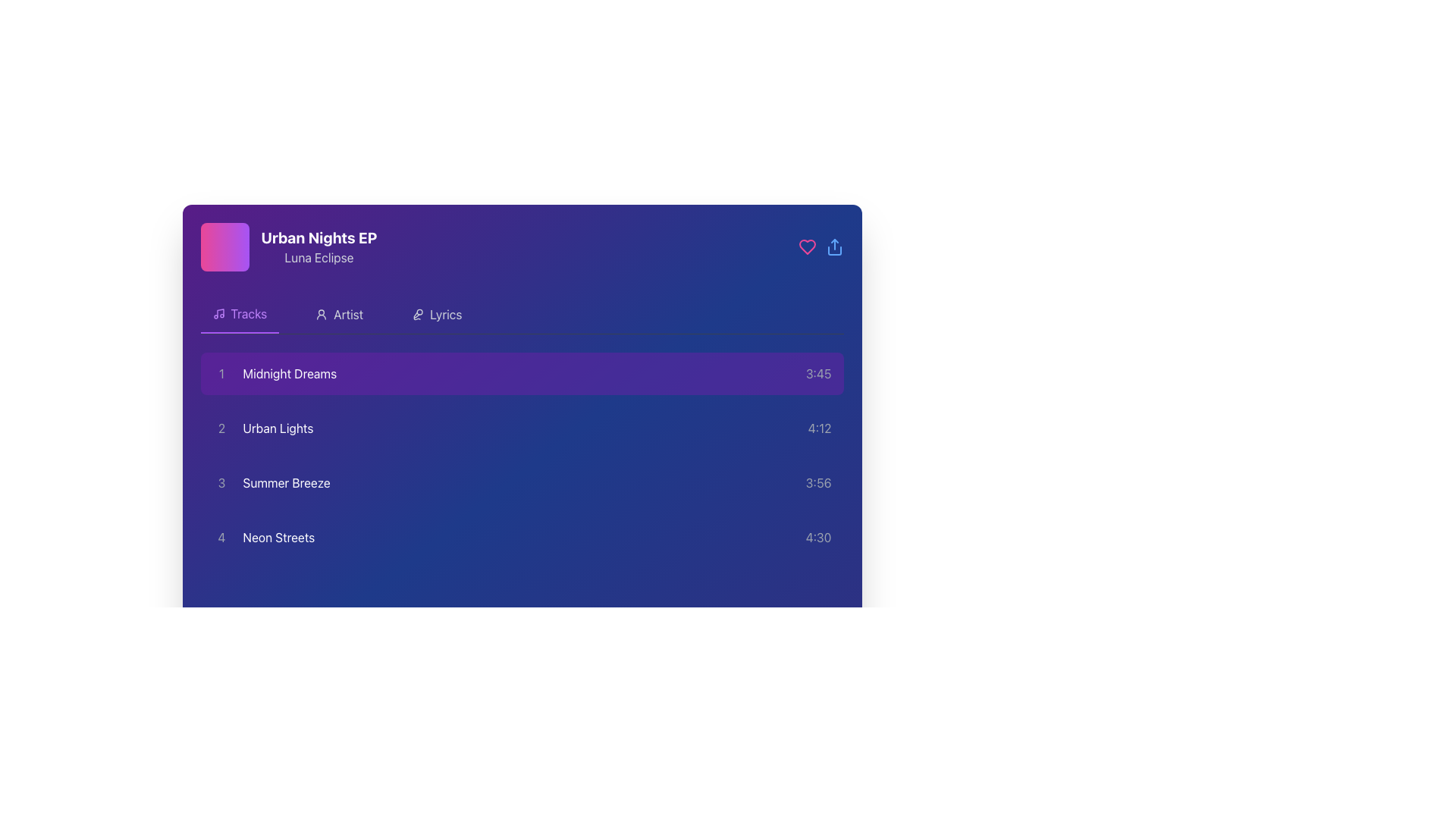  I want to click on the music tracks icon located in the header section adjacent to the 'Tracks' label, which visually emphasizes the currently selected tab for music tracks, so click(219, 312).